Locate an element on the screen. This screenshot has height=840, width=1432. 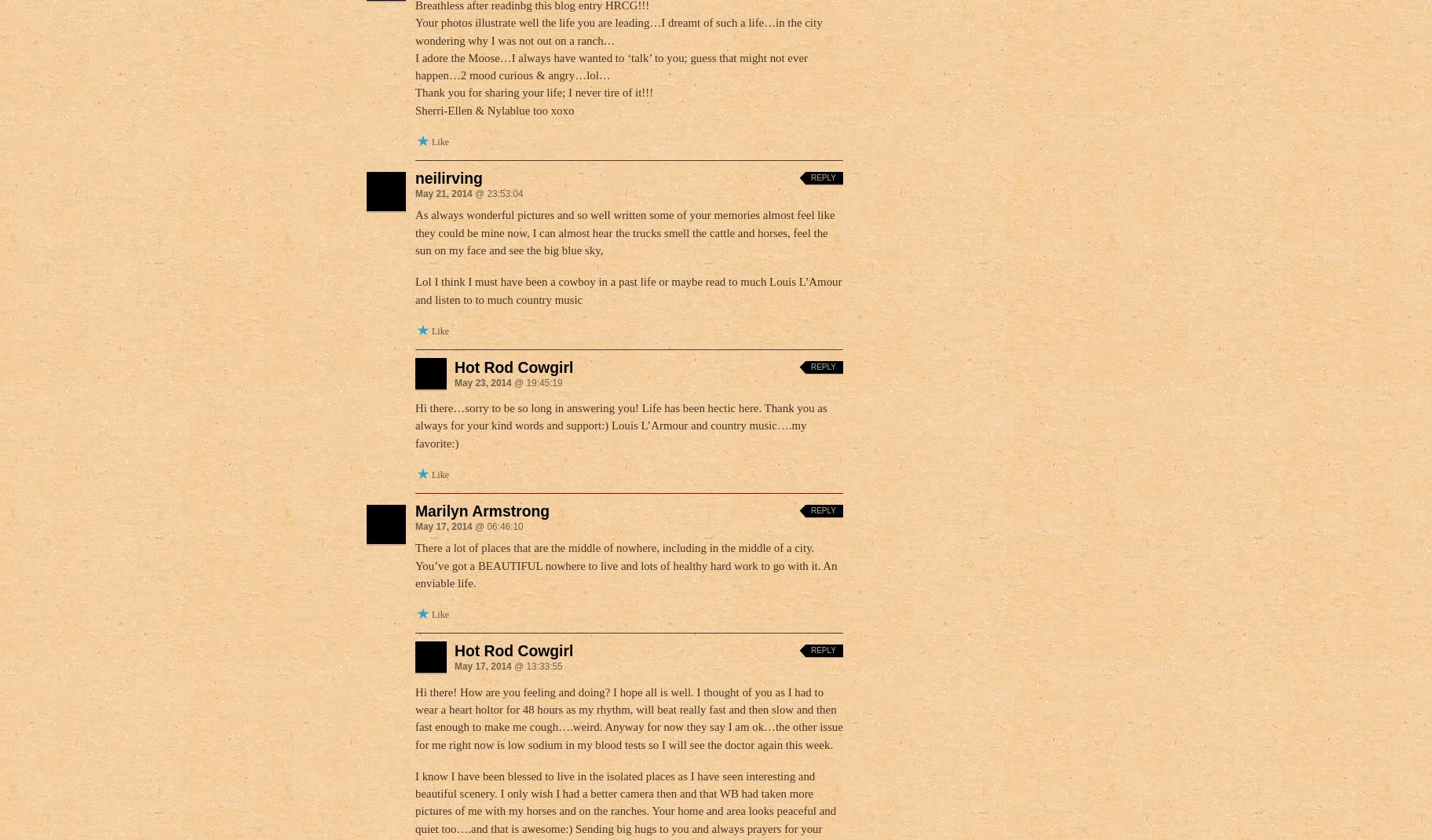
'I adore the Moose…I always have wanted to ‘talk’ to you; guess that might not ever happen…2 mood curious & angry…lol…' is located at coordinates (611, 65).